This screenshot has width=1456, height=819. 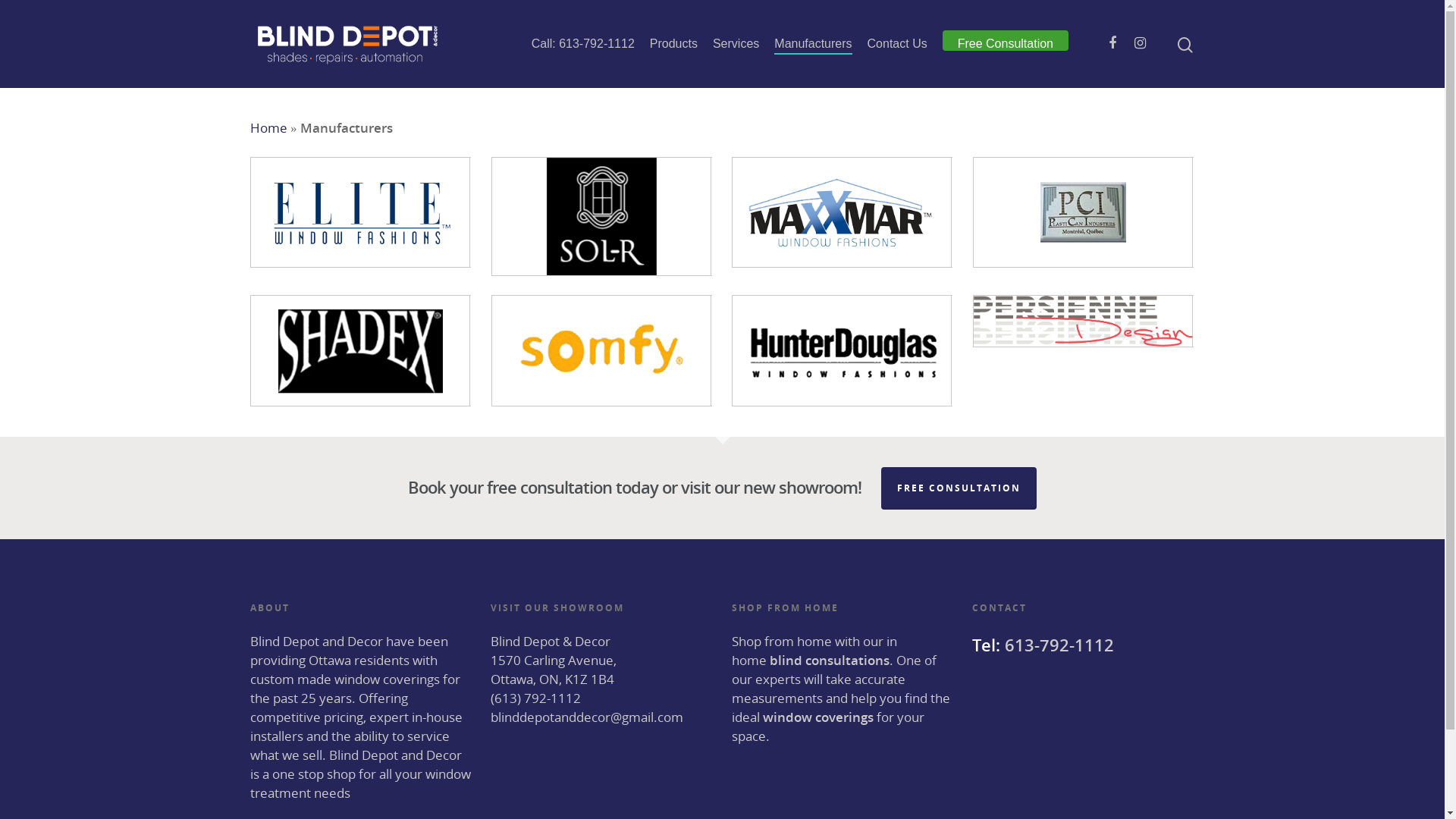 I want to click on 'Free Consultation', so click(x=1005, y=42).